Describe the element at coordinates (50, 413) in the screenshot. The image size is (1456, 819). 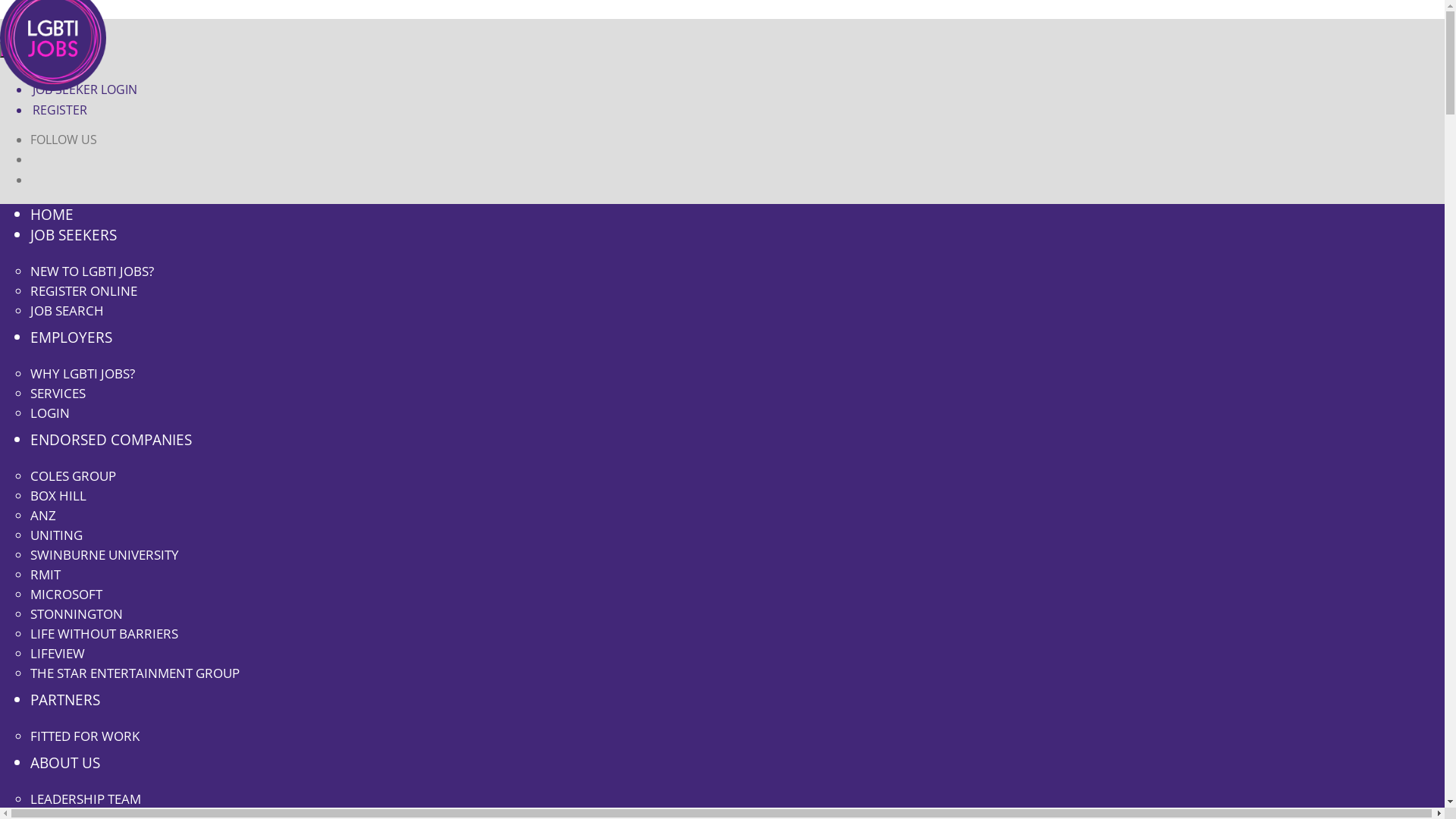
I see `'LOGIN'` at that location.